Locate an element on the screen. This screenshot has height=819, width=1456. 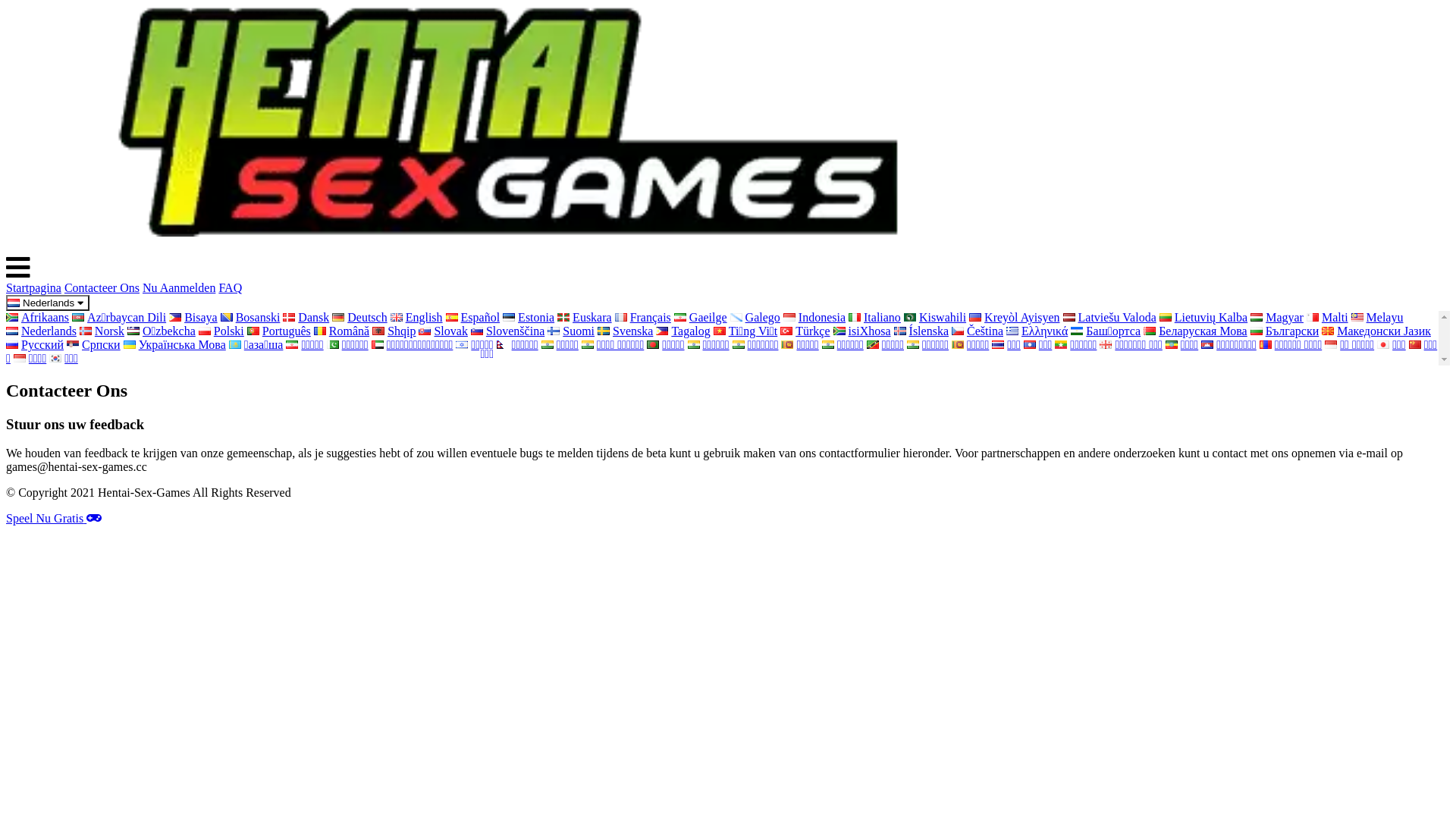
'Dansk' is located at coordinates (305, 316).